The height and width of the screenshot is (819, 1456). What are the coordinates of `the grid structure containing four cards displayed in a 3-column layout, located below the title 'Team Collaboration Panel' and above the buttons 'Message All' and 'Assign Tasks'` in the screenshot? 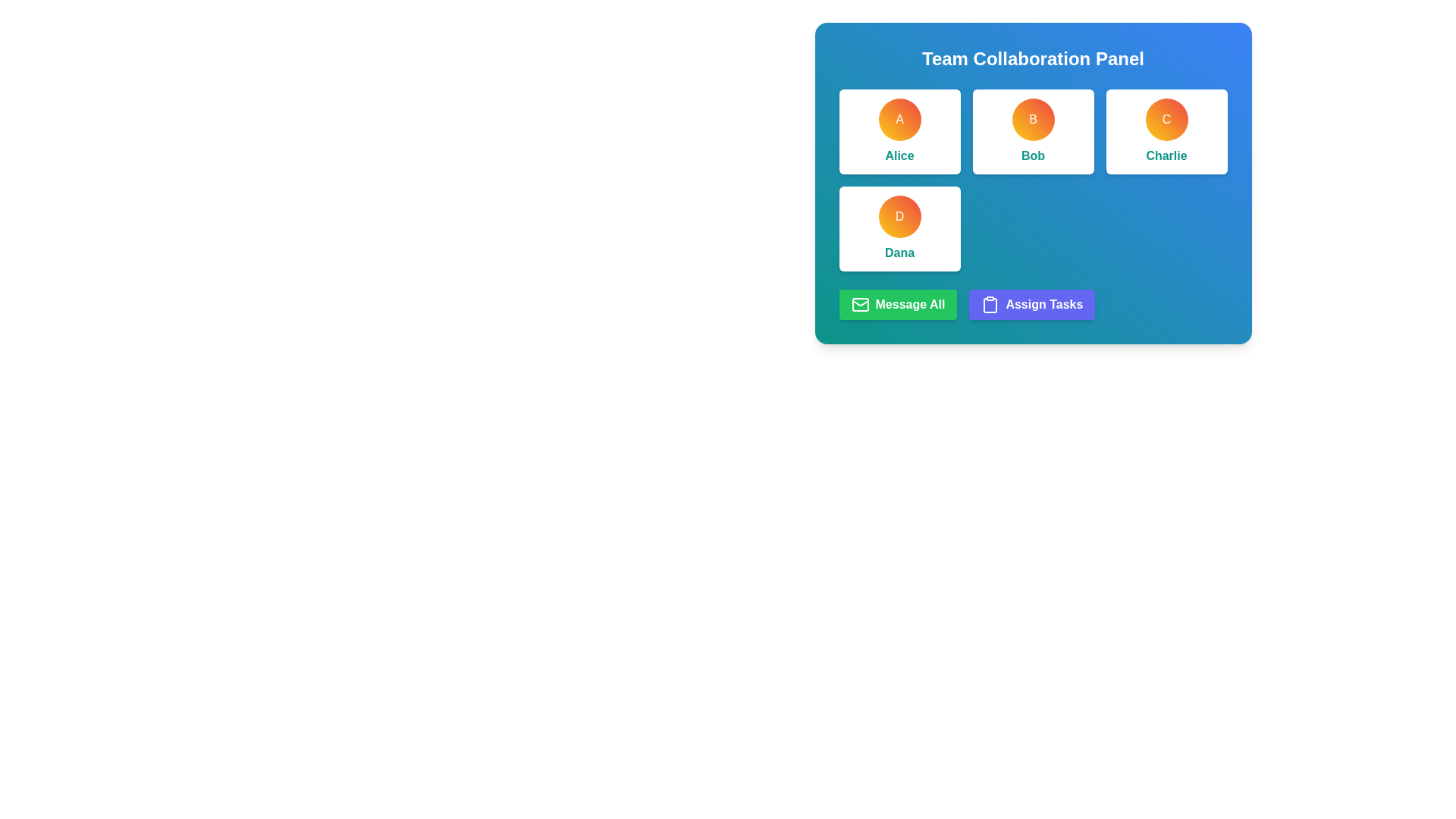 It's located at (1032, 180).